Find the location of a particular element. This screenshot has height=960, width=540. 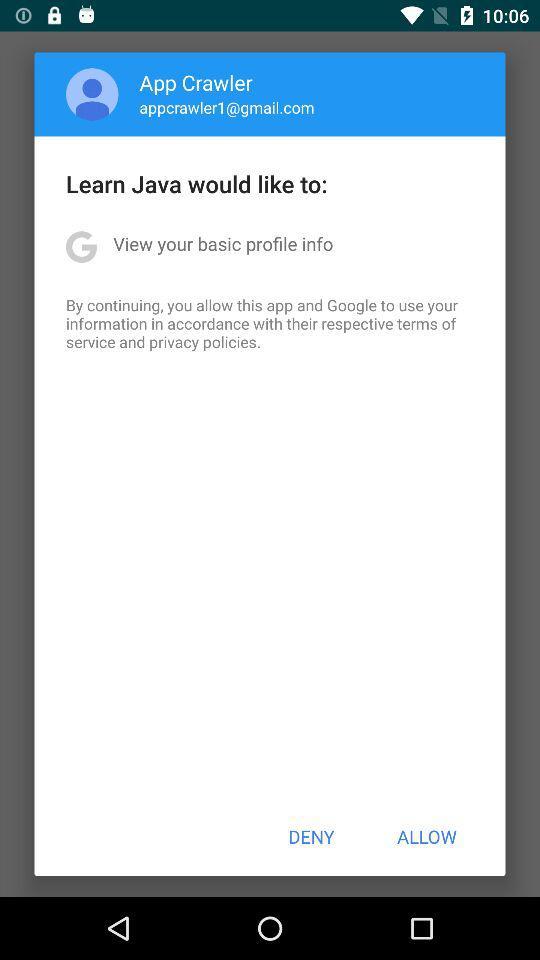

icon above the appcrawler1@gmail.com app is located at coordinates (196, 82).